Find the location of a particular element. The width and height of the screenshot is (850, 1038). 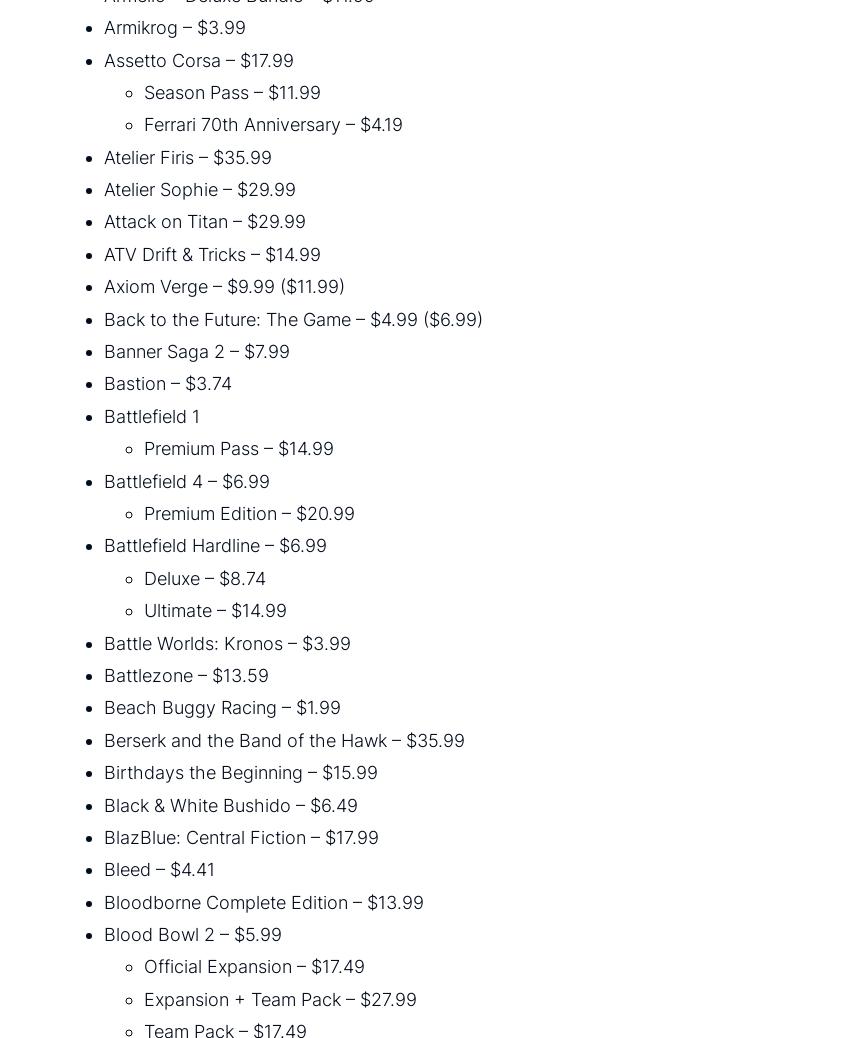

'Share article' is located at coordinates (77, 333).